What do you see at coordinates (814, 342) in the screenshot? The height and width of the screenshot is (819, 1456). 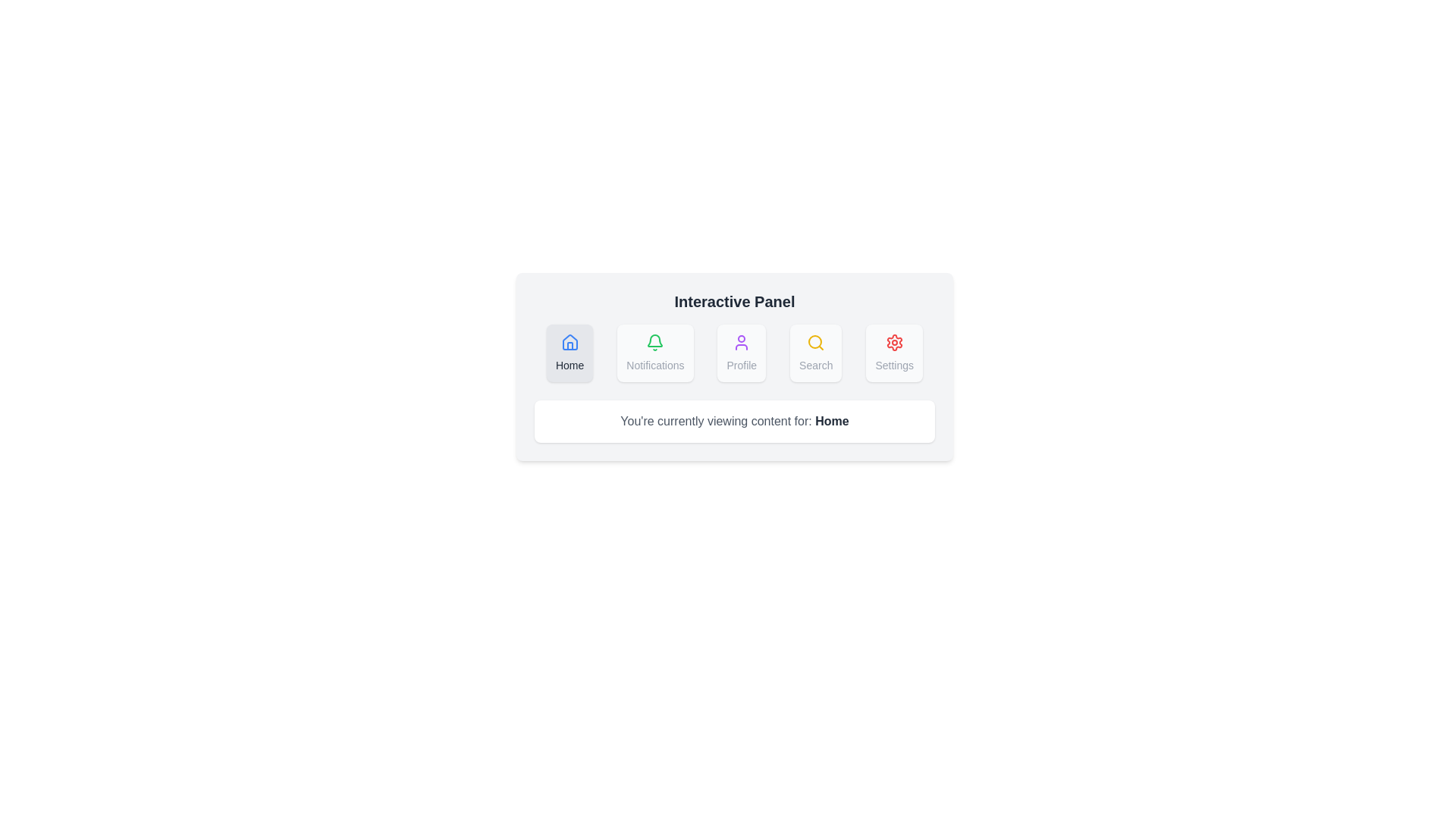 I see `the central circular part of the magnifying glass icon representing the search functionality, located in the horizontal toolbar` at bounding box center [814, 342].